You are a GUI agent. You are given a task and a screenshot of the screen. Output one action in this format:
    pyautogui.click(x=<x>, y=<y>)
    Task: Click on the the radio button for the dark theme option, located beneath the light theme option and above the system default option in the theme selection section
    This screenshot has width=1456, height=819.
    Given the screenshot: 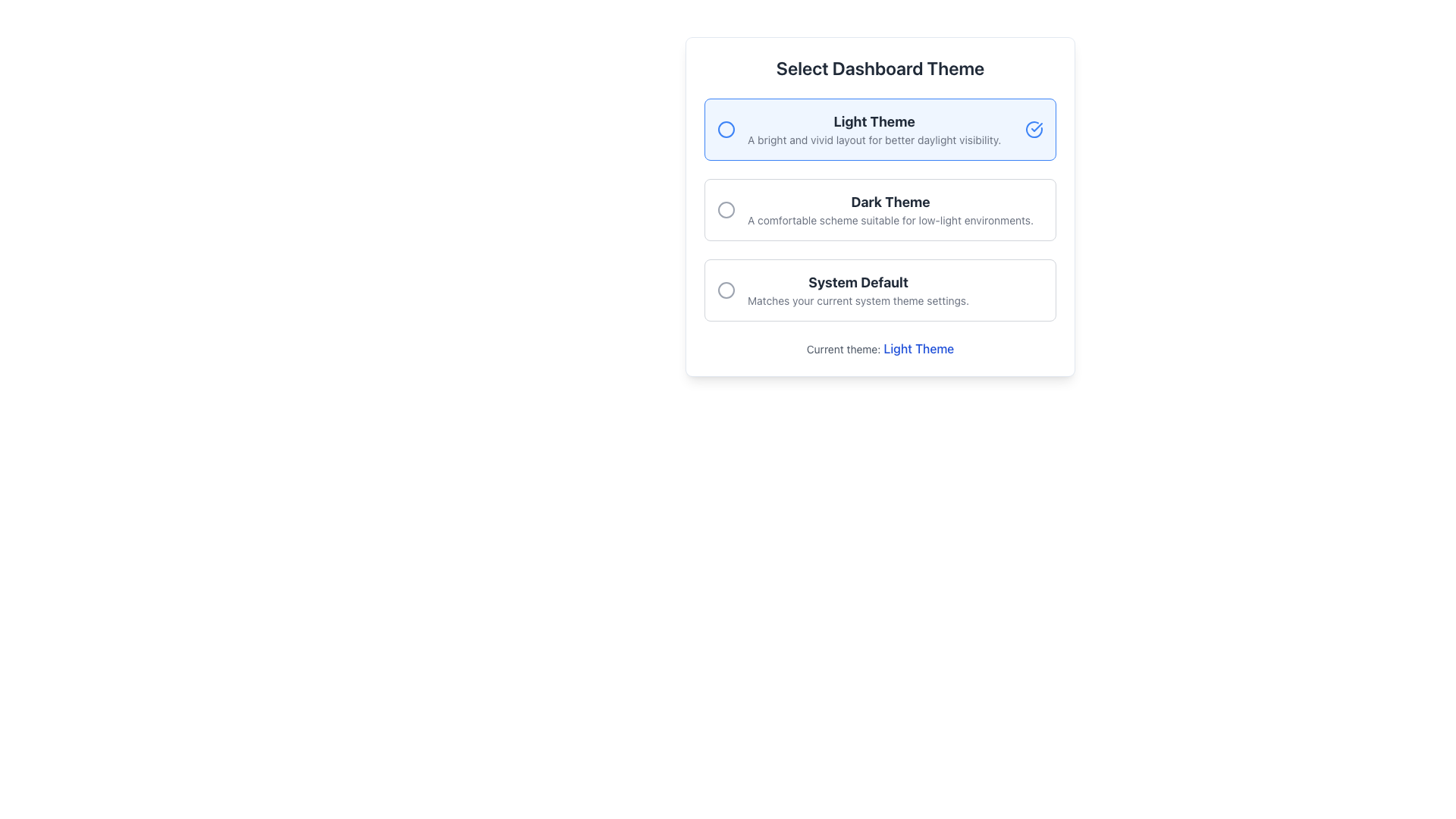 What is the action you would take?
    pyautogui.click(x=890, y=210)
    